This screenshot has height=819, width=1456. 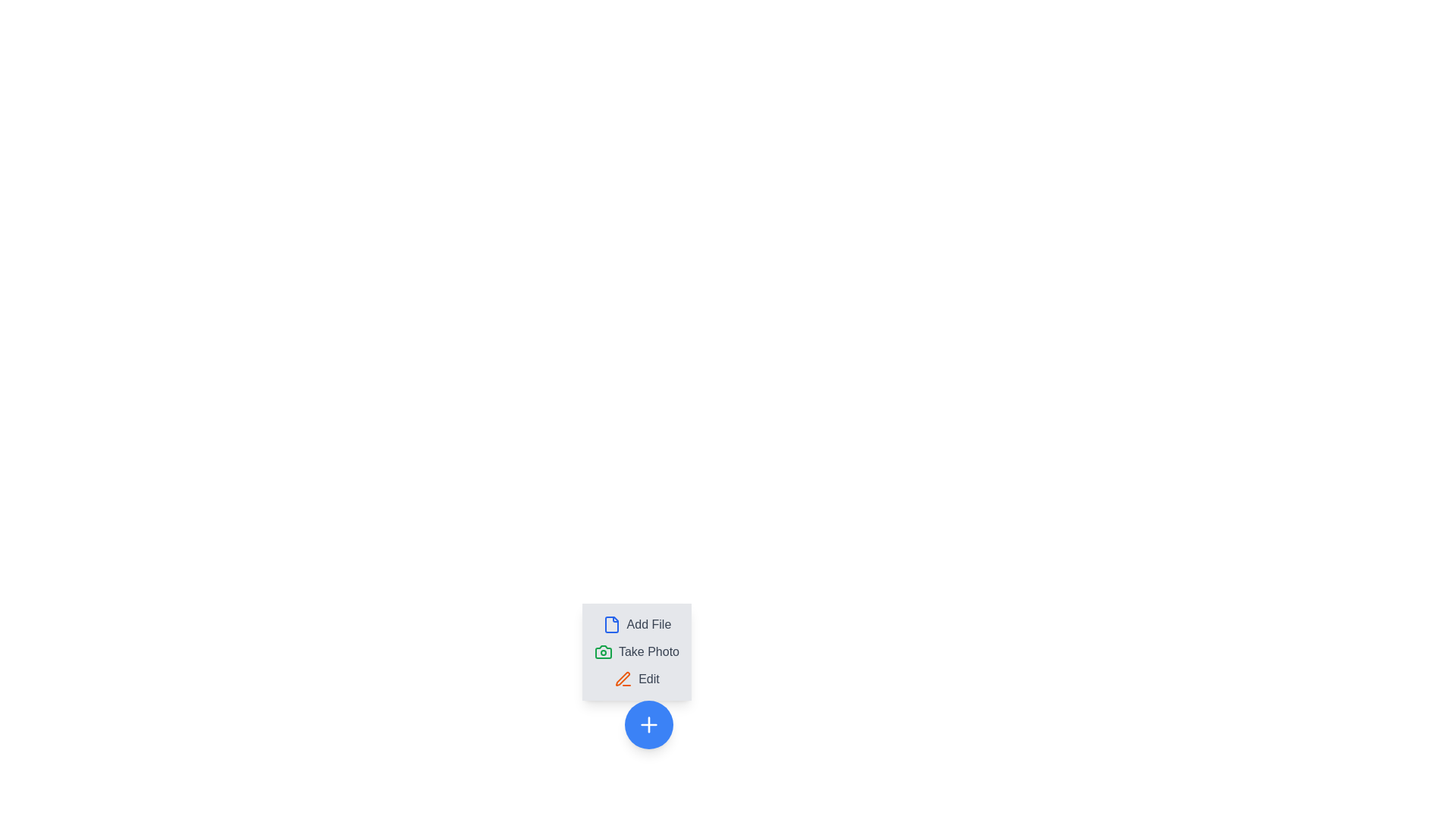 I want to click on the button located at the bottom right corner of the interactive toolbar, beneath the 'Edit' option, to initiate the creation of a new item or action, so click(x=648, y=724).